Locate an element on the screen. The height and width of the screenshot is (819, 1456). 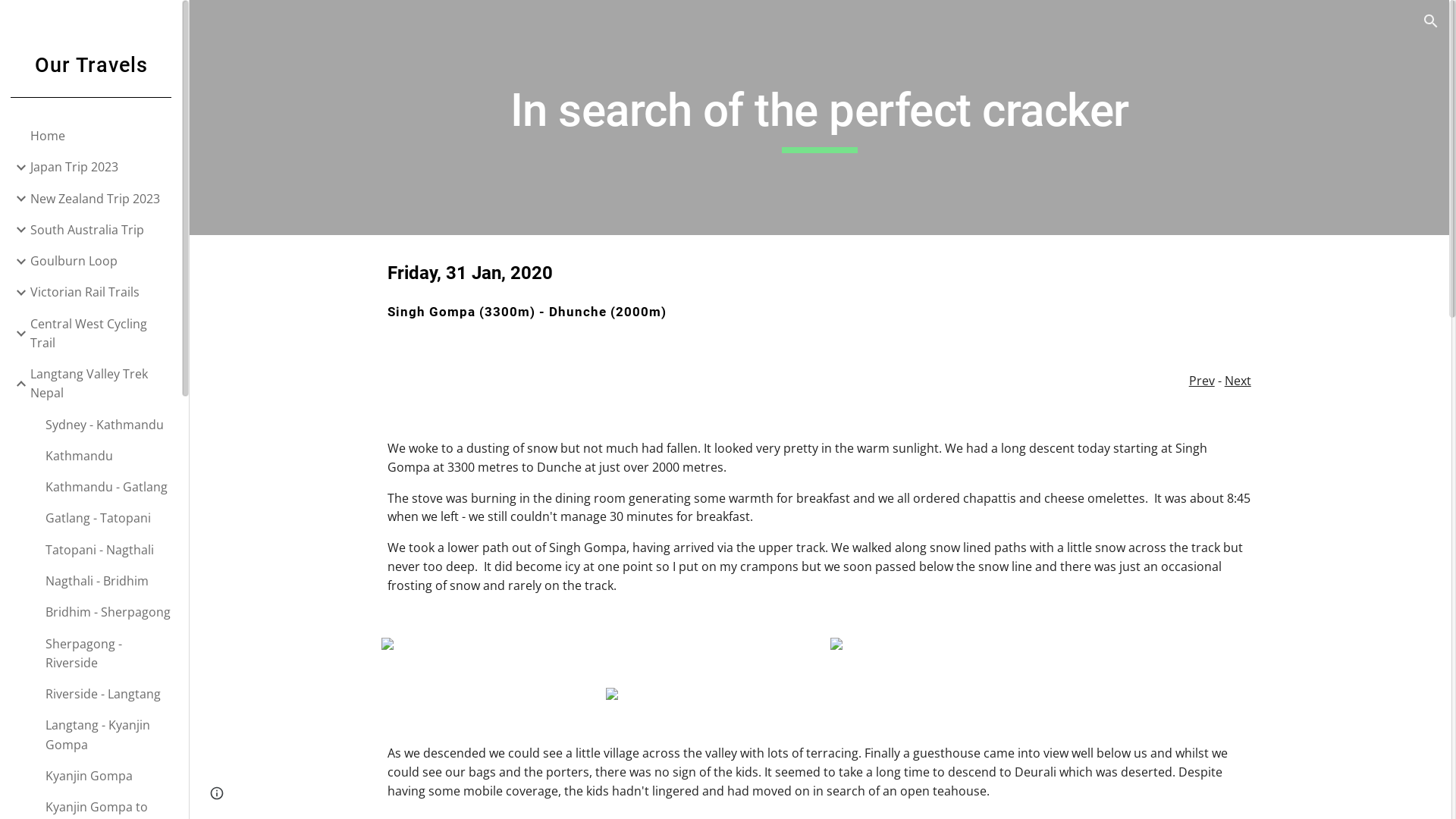
'Kathmandu - Gatlang' is located at coordinates (42, 487).